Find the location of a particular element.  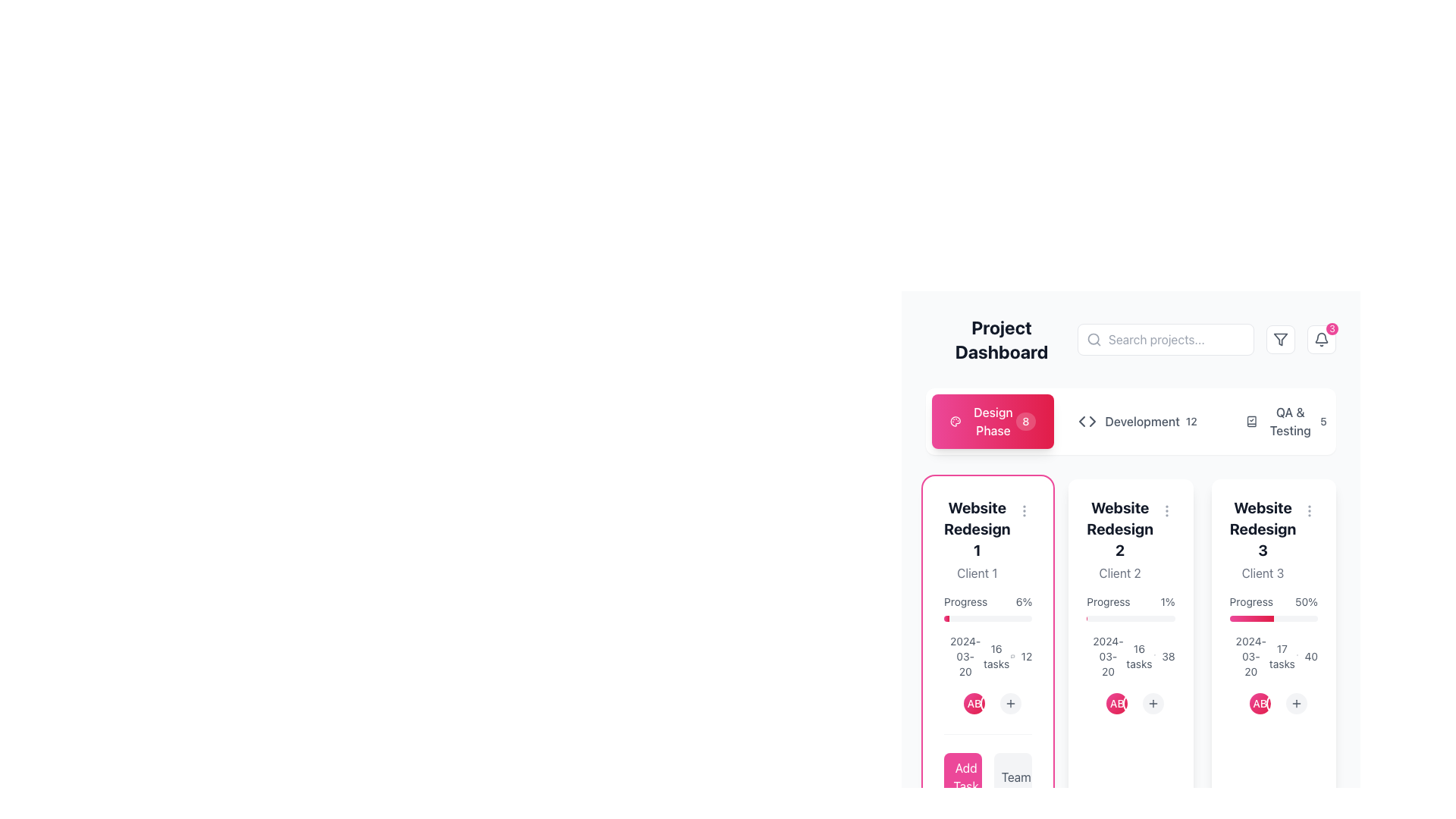

text label indicating the category or phase named 'Development', which is located in the horizontal navigation section near the top of the interface, between an icon resembling code brackets and a badge displaying the number '12' is located at coordinates (1128, 421).